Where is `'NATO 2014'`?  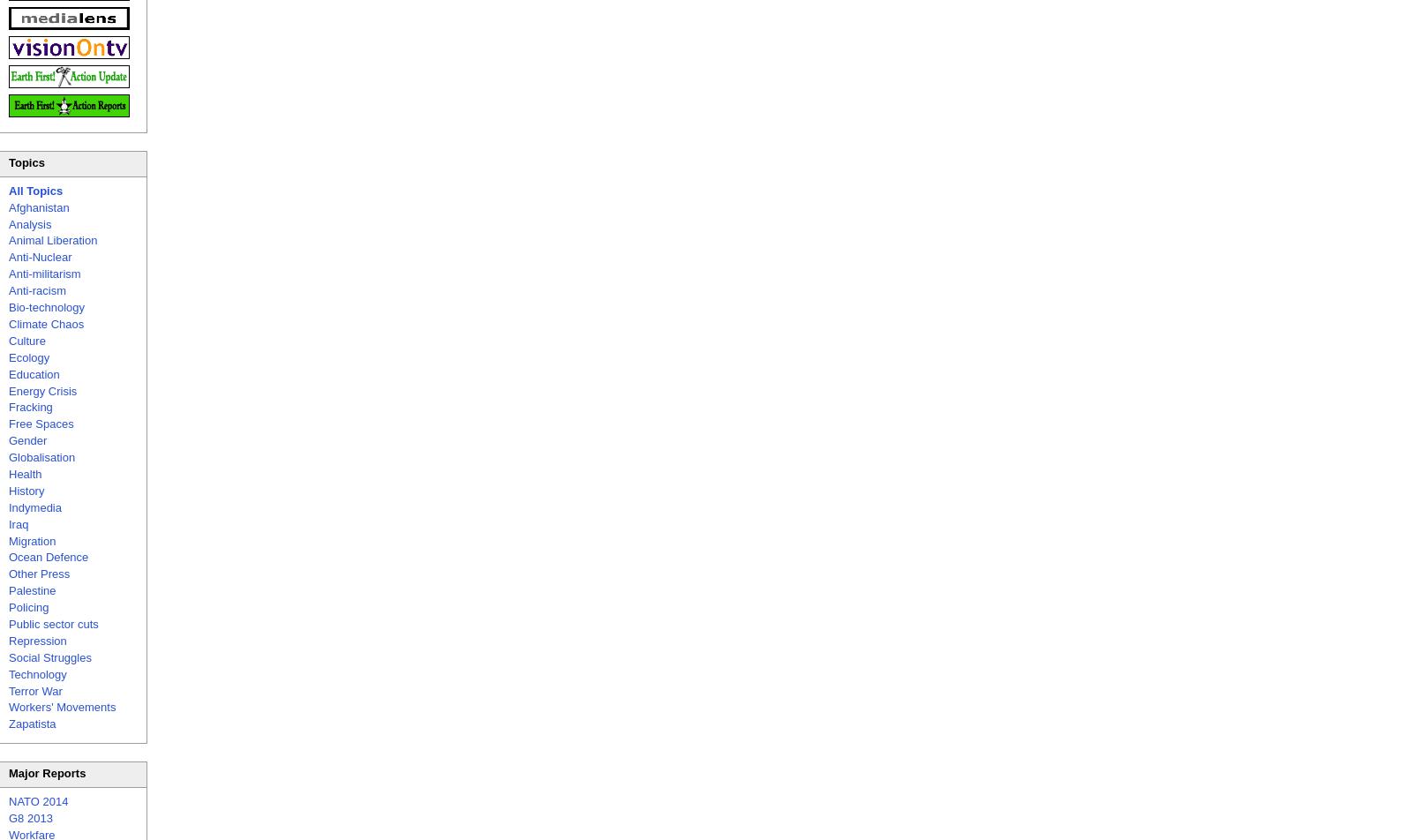
'NATO 2014' is located at coordinates (37, 801).